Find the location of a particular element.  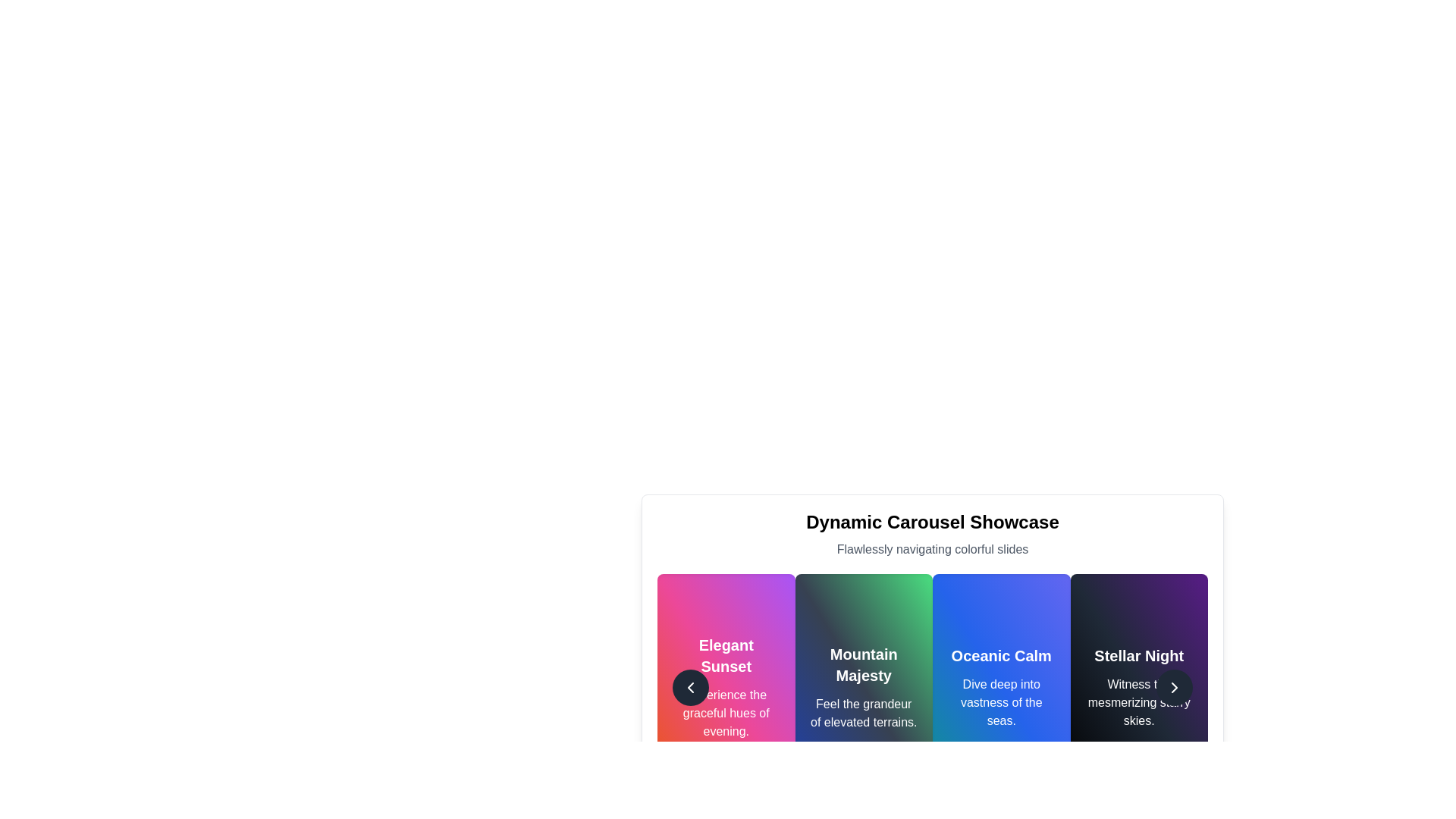

the right-facing chevron icon button, styled with a white outline on a dark circular background, located near the right edge of the 'Stellar Night' card in the carousel is located at coordinates (1174, 687).